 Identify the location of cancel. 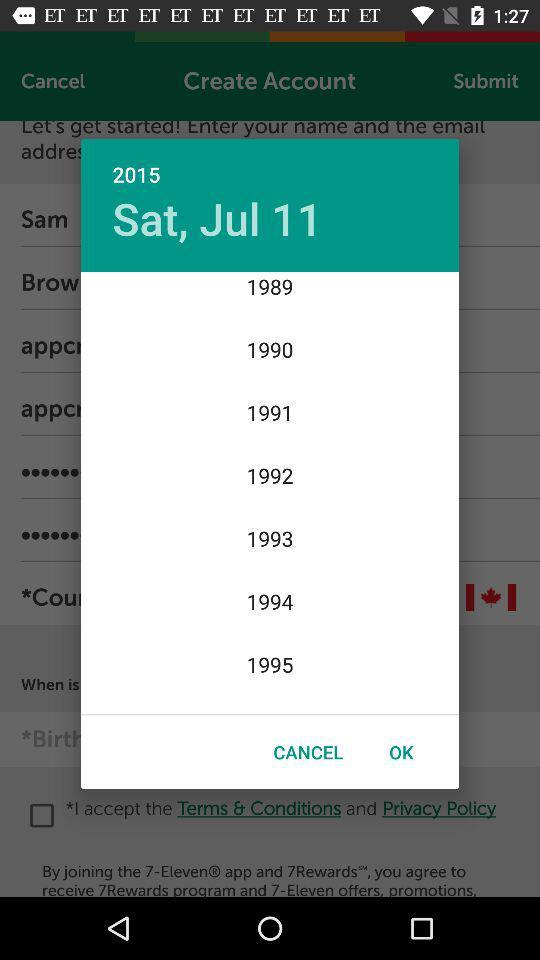
(308, 751).